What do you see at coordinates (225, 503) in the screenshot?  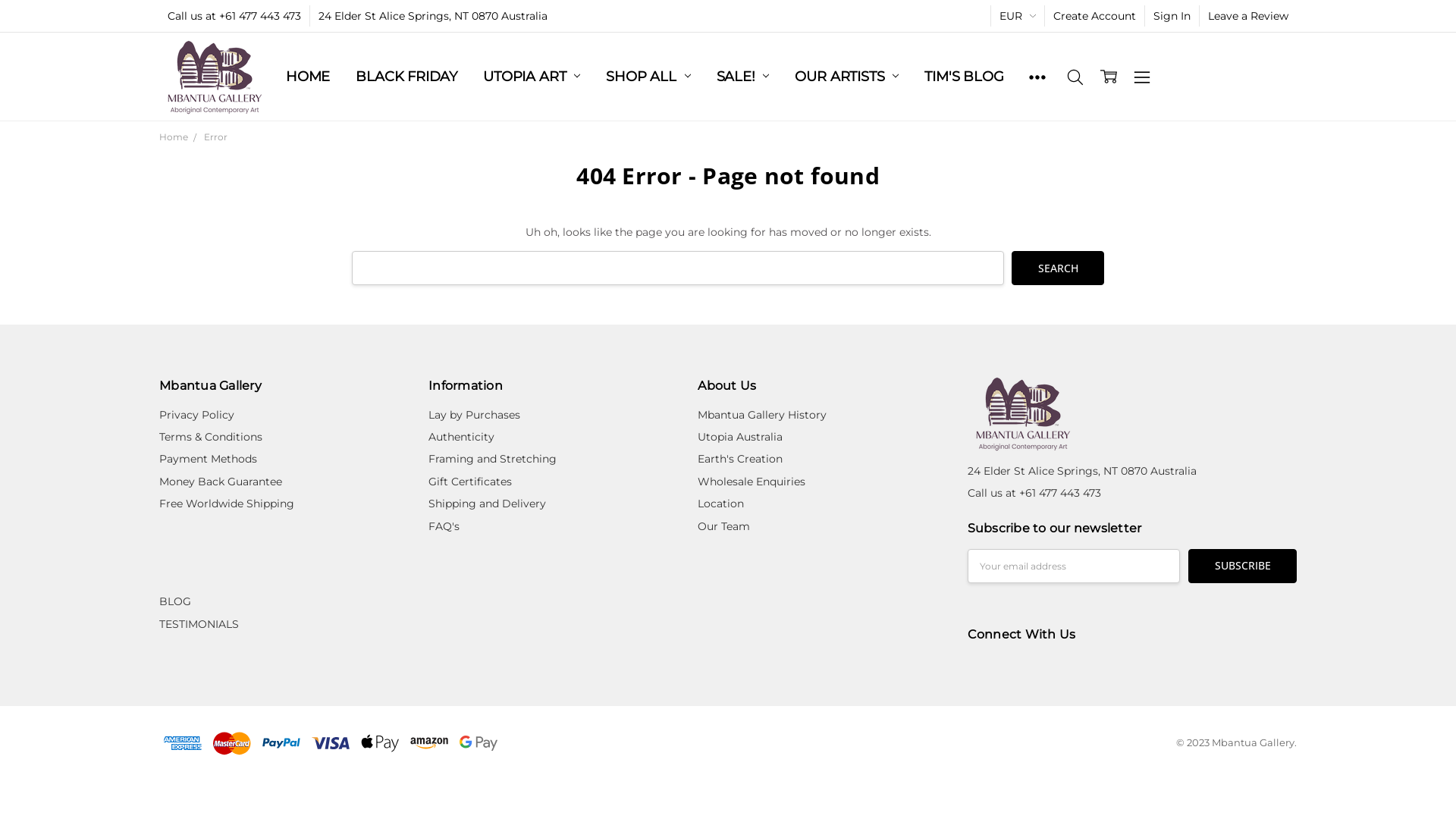 I see `'Free Worldwide Shipping'` at bounding box center [225, 503].